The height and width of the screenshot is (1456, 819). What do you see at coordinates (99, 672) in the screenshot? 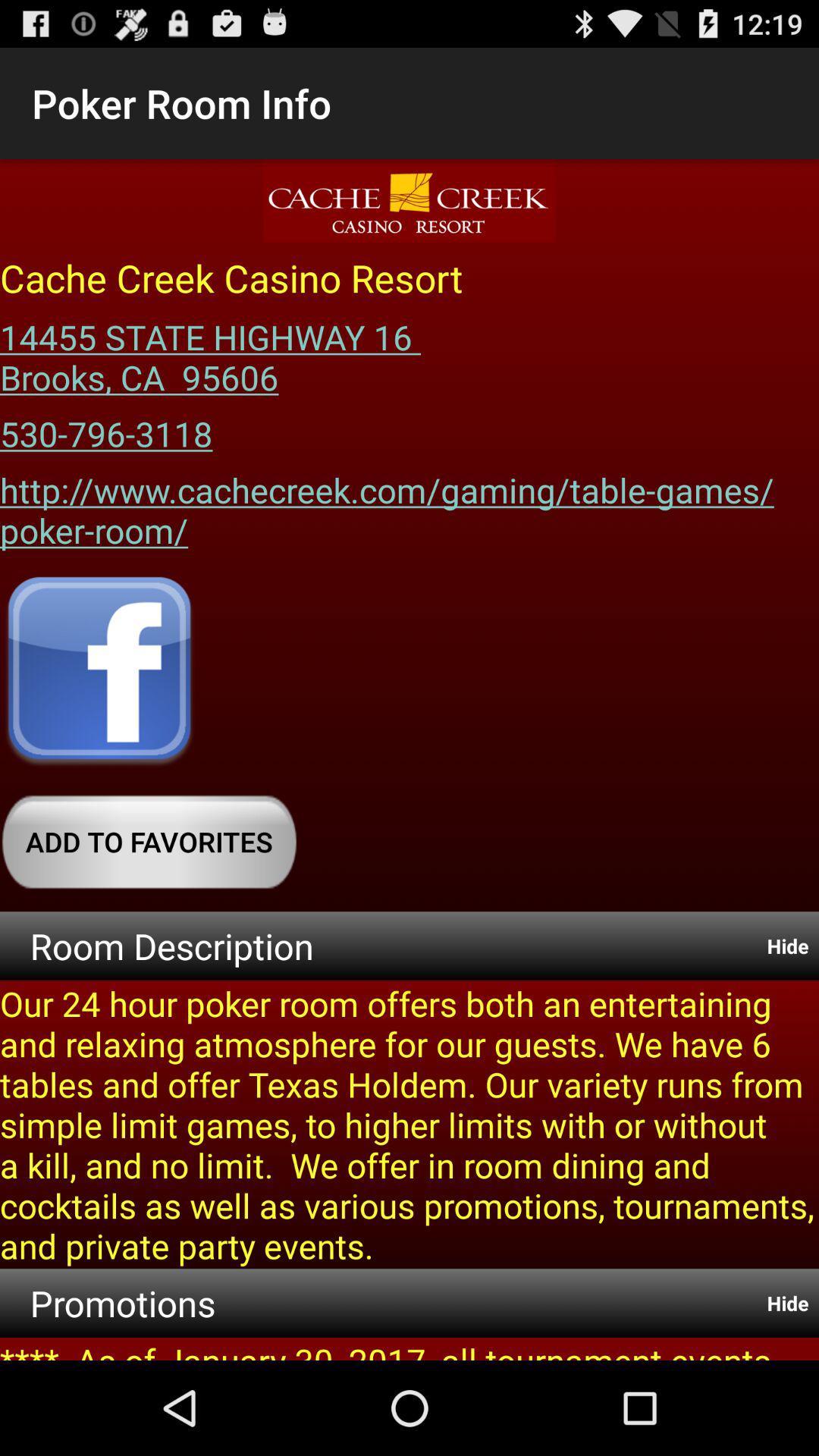
I see `facebook` at bounding box center [99, 672].